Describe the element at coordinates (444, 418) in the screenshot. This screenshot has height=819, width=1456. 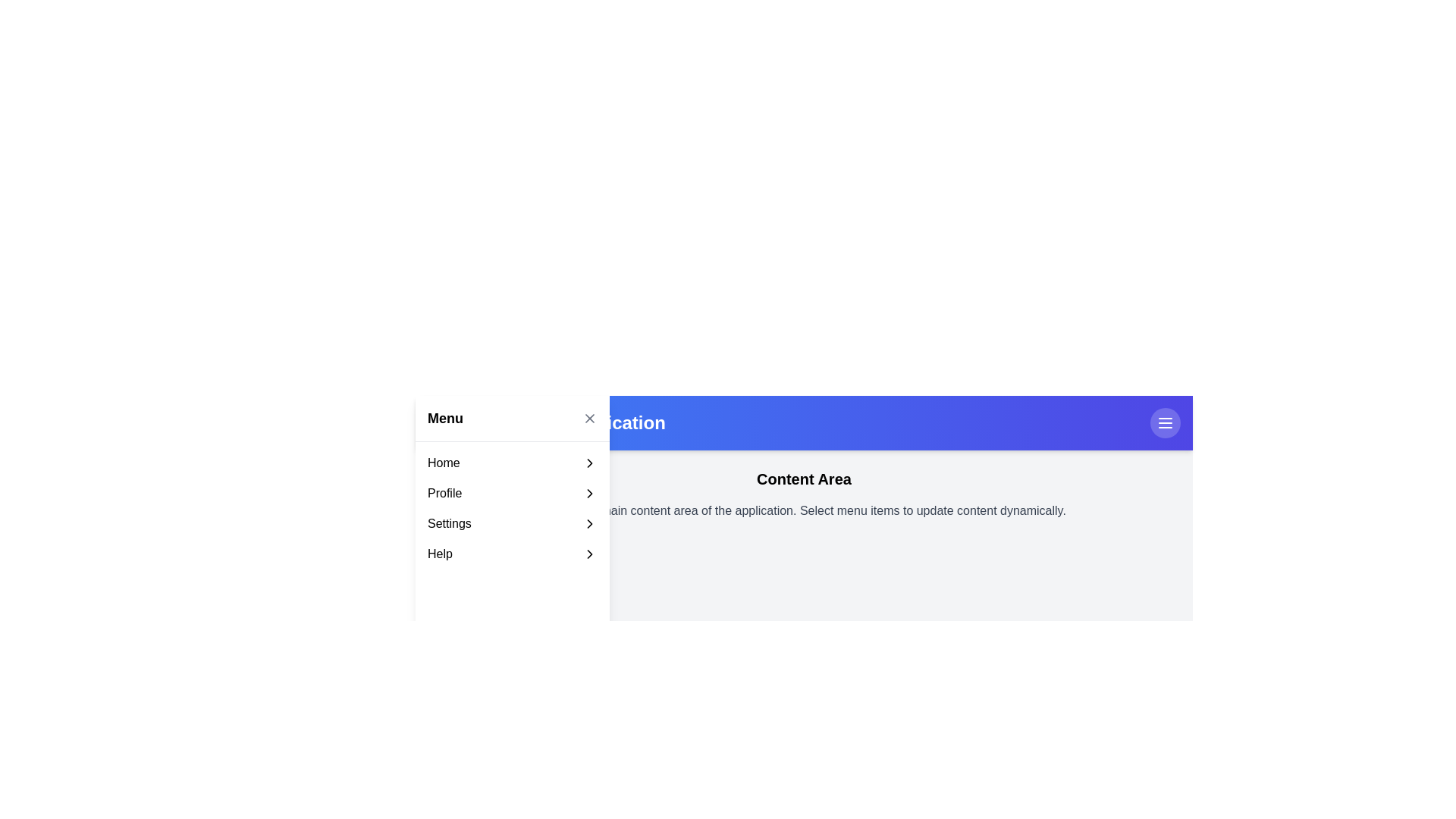
I see `the static text label displaying 'Menu' in bold font located in the top-left section of the viewport within the navigation bar` at that location.